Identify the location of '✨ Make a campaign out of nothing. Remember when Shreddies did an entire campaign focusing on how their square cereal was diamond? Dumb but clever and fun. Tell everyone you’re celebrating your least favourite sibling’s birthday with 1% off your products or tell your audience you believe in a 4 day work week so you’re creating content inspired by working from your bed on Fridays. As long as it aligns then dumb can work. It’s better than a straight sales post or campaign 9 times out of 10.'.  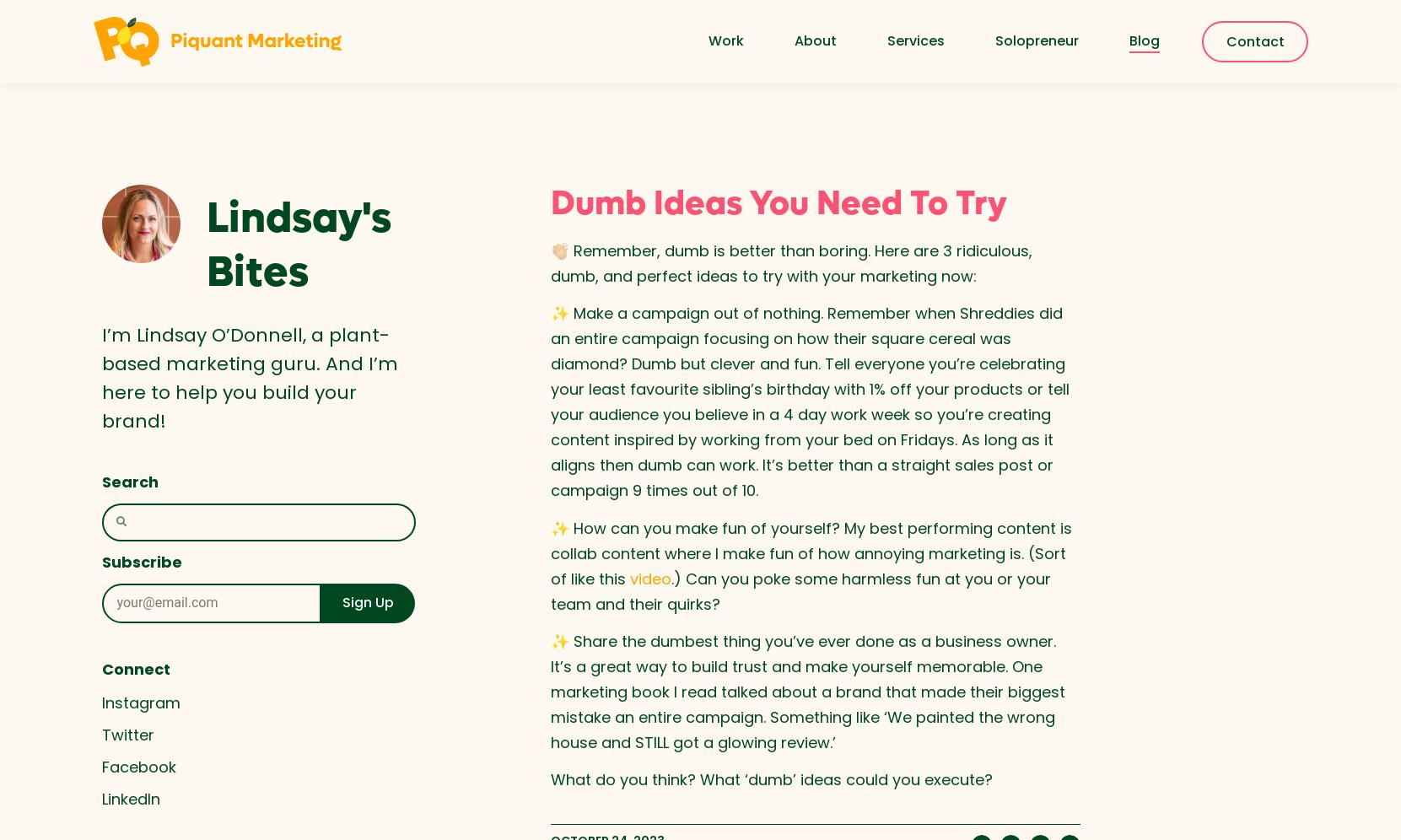
(808, 401).